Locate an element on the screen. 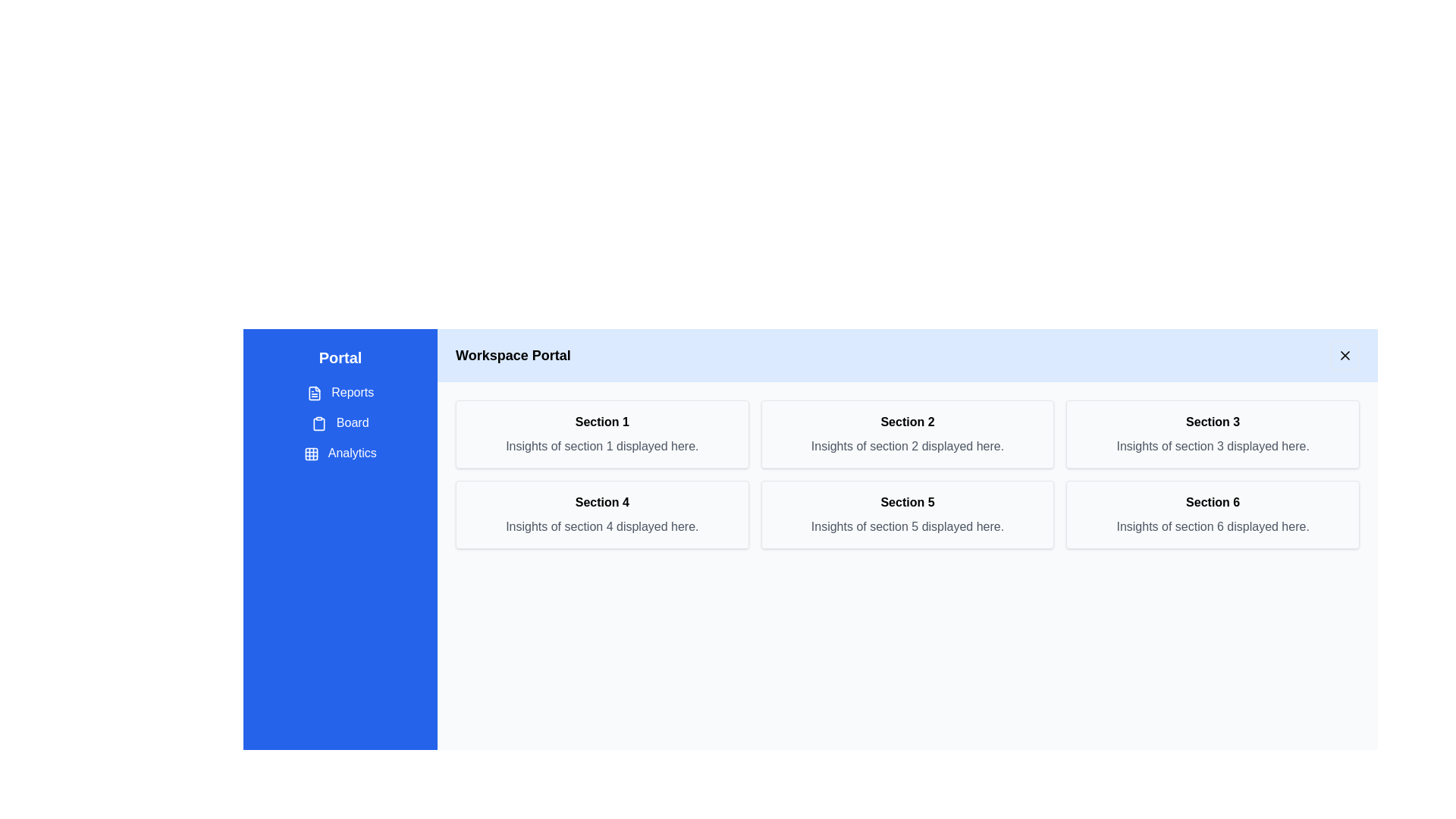 This screenshot has height=819, width=1456. the Text label that serves as the title for the 'Section 3' block, located in the top-right corner of the main grid arrangement is located at coordinates (1212, 422).